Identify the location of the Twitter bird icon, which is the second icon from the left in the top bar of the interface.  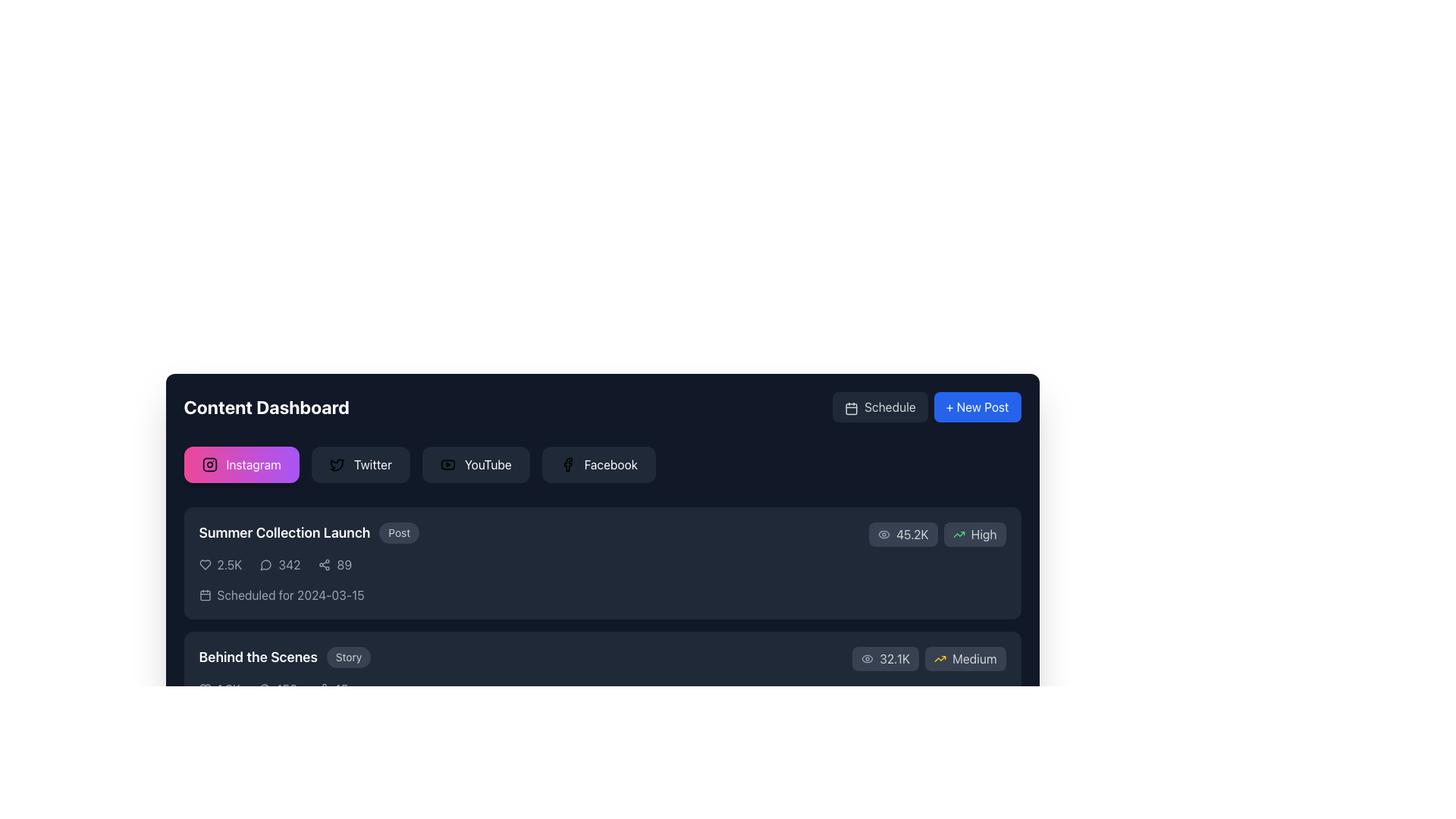
(336, 464).